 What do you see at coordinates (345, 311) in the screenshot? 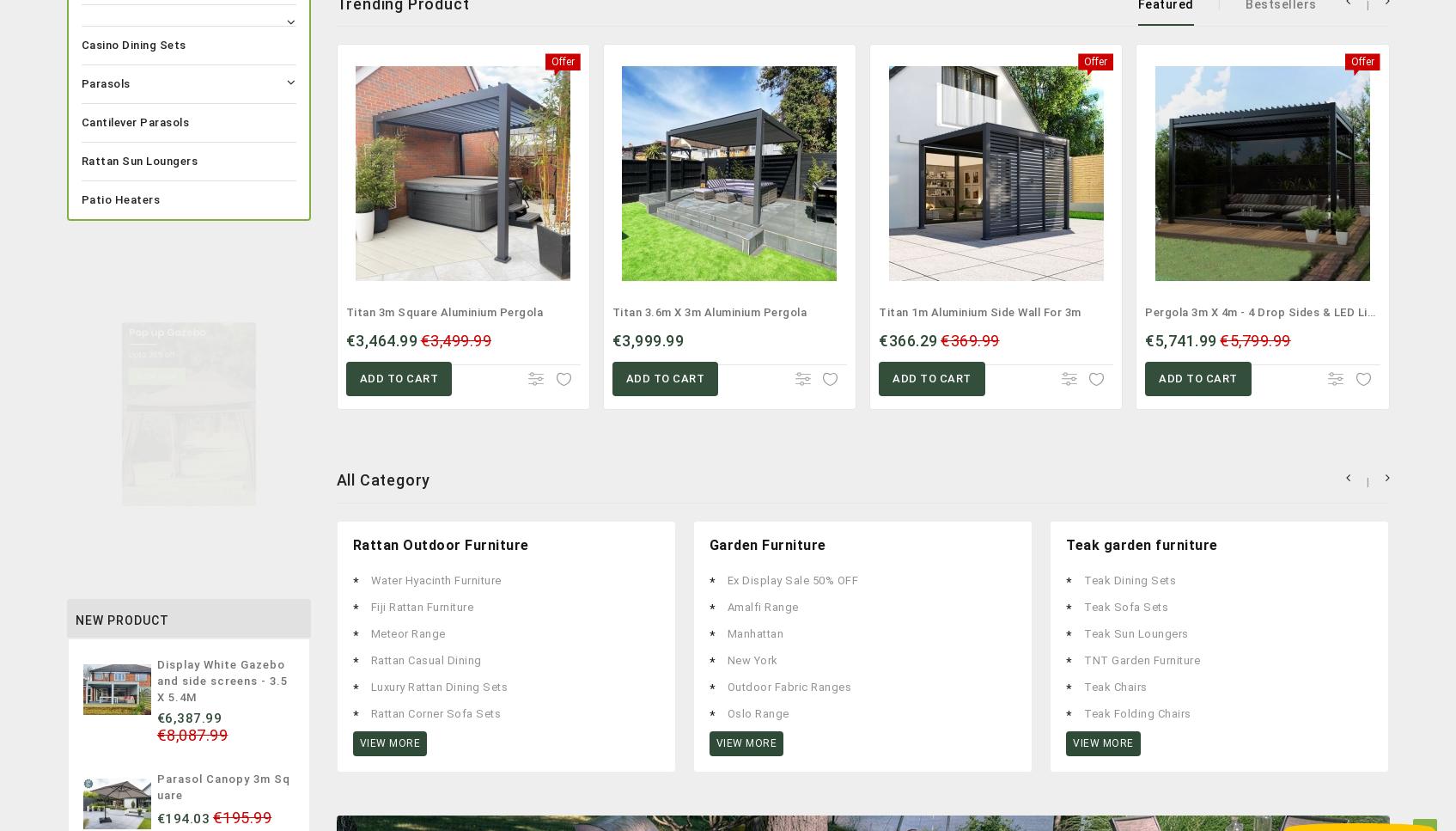
I see `'Titan 3m Square Aluminium Pergola'` at bounding box center [345, 311].